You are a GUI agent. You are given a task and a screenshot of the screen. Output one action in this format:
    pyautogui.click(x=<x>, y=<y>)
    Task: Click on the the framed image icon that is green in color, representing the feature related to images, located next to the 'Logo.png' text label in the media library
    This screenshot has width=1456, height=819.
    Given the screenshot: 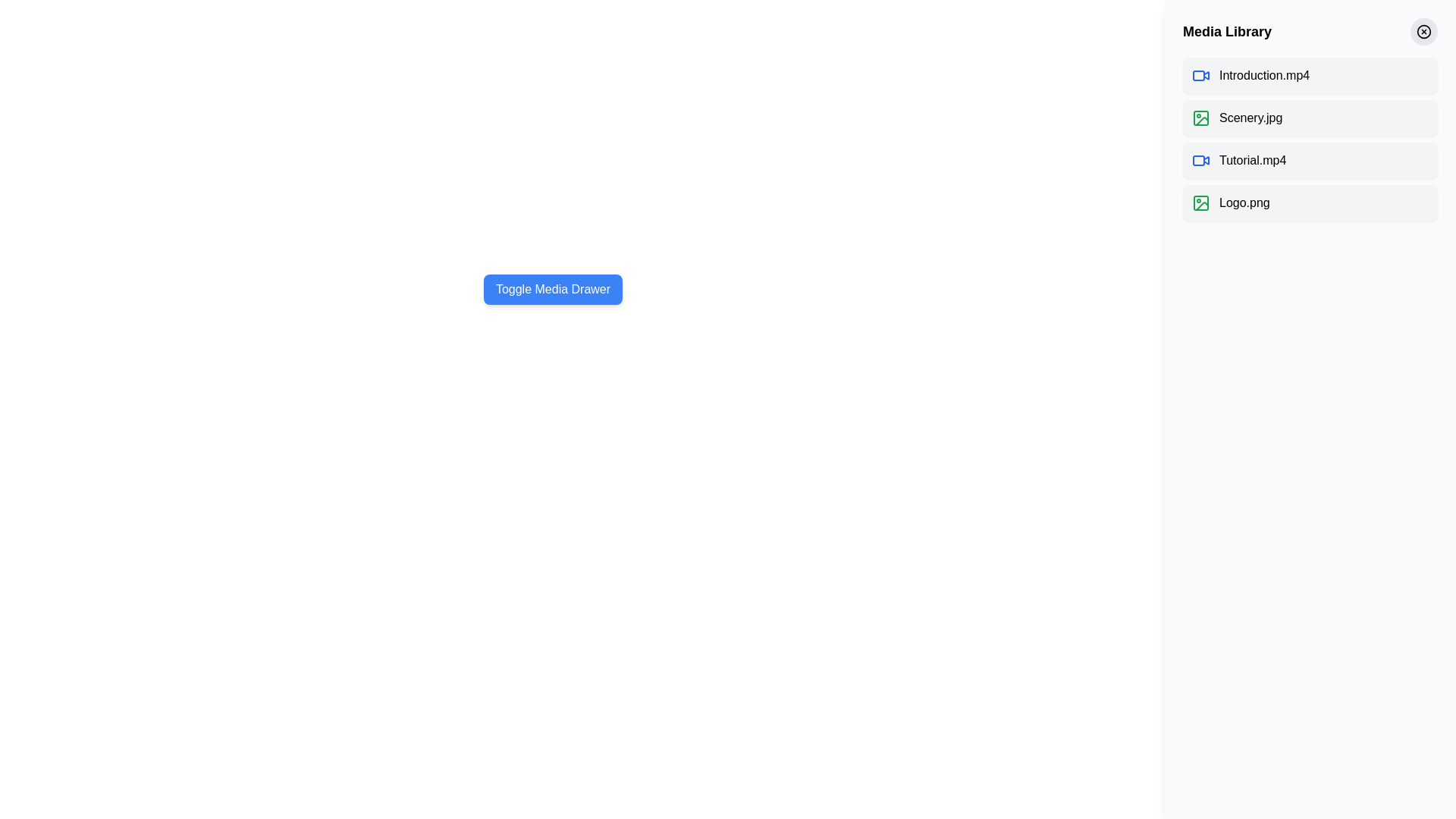 What is the action you would take?
    pyautogui.click(x=1200, y=202)
    